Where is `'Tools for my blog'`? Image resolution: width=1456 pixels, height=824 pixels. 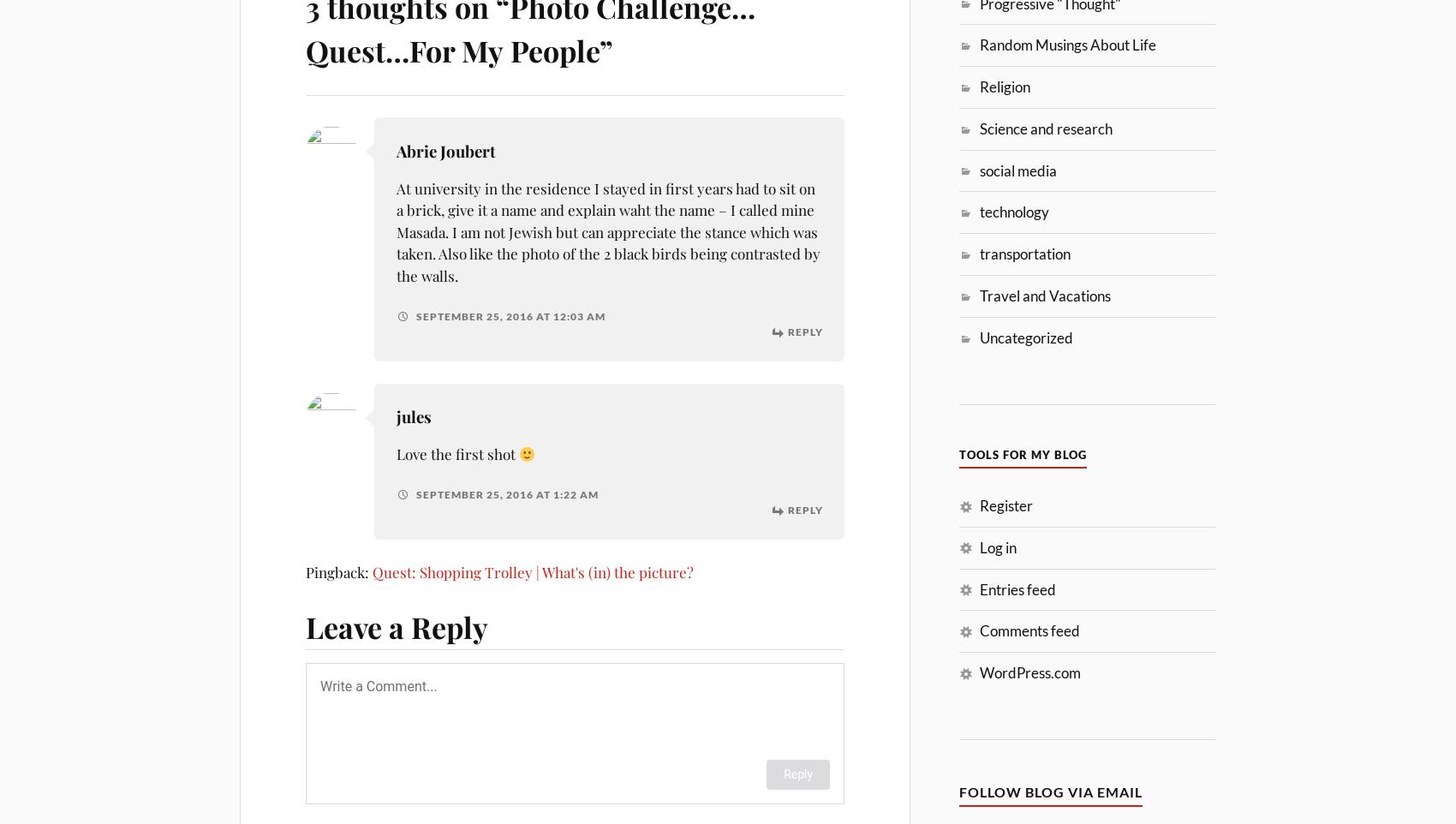
'Tools for my blog' is located at coordinates (1022, 455).